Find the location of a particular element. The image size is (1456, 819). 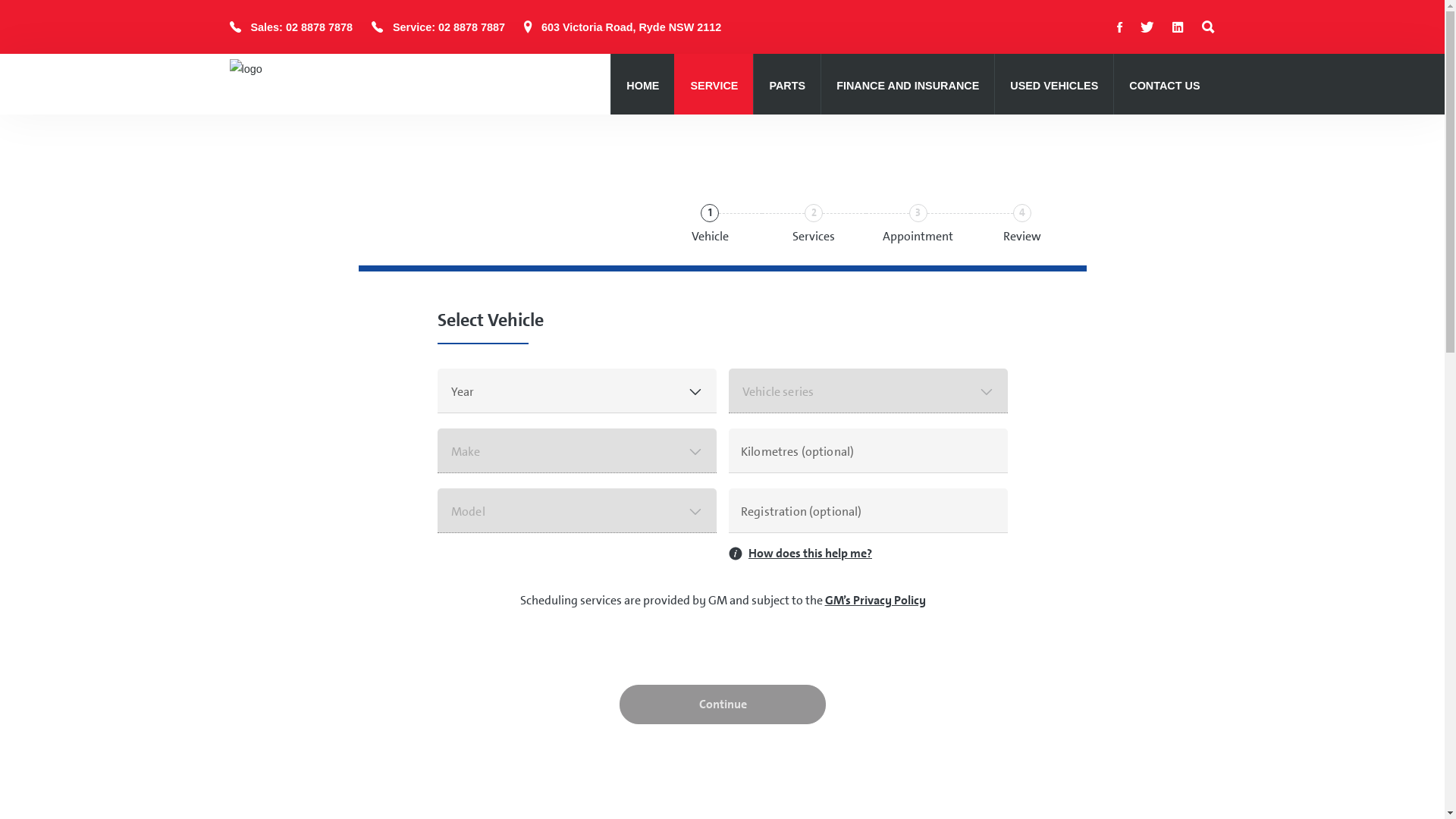

'PARTS' is located at coordinates (786, 85).